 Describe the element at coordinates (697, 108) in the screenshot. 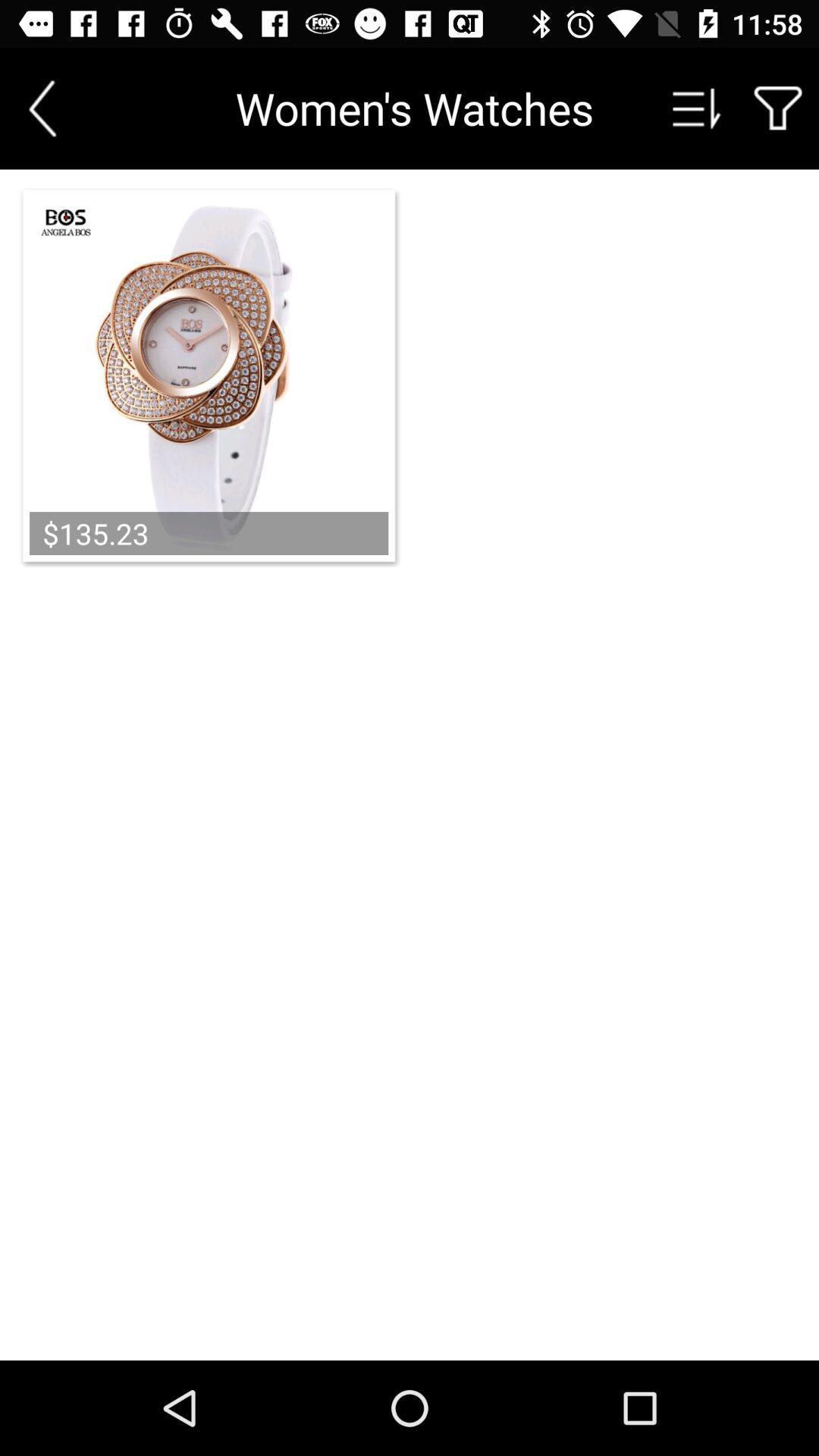

I see `the filter_list icon` at that location.